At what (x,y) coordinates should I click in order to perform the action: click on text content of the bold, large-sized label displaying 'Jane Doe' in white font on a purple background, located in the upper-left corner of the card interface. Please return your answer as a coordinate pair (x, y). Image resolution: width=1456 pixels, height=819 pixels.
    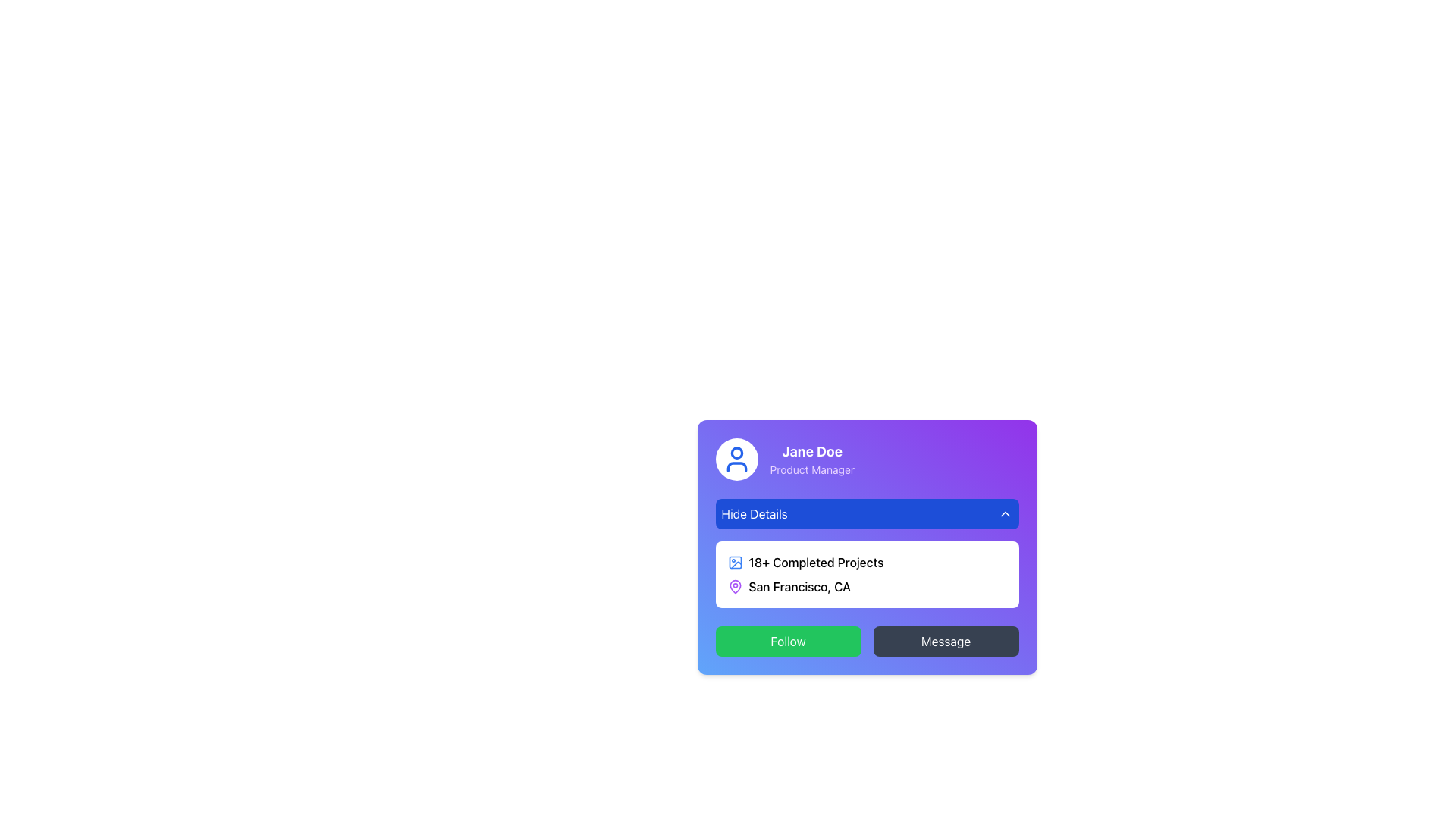
    Looking at the image, I should click on (811, 451).